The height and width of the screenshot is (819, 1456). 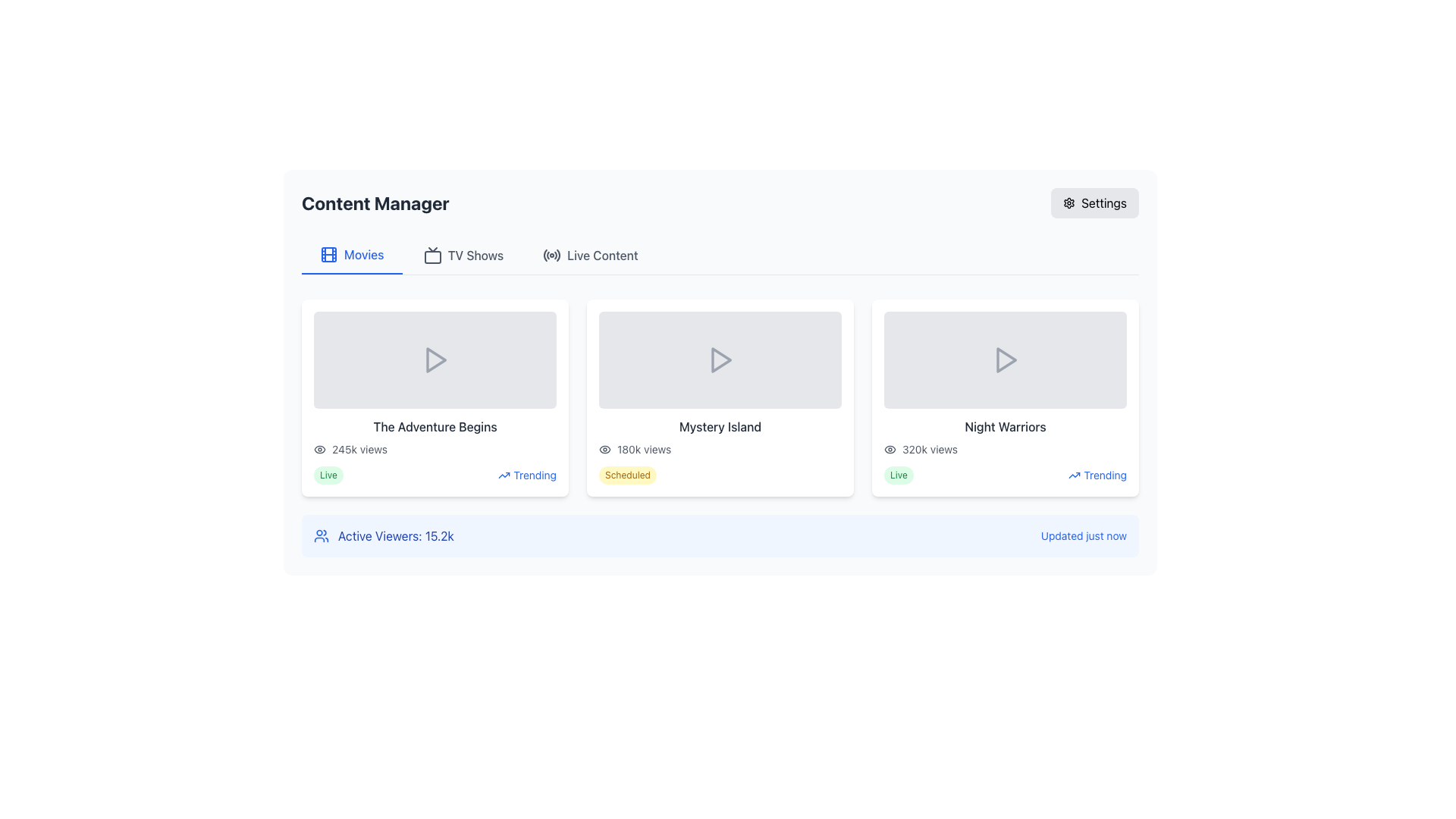 I want to click on the non-clickable 'Live' badge, which is a pill-shaped label with a light green background and bold green text, located near the bottom-left area of the 'Night Warriors' content block, so click(x=899, y=475).